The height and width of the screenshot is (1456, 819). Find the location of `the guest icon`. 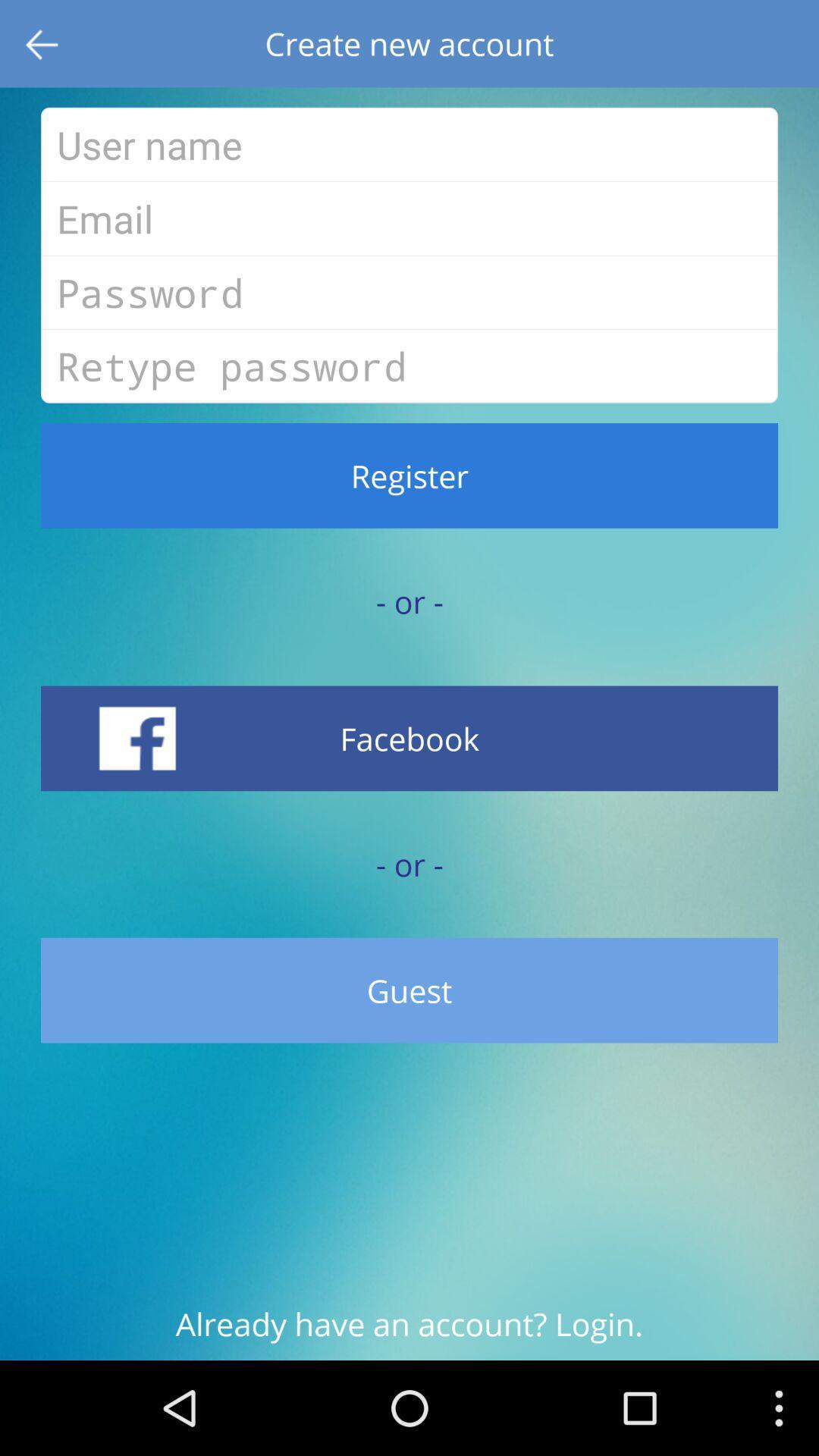

the guest icon is located at coordinates (409, 990).